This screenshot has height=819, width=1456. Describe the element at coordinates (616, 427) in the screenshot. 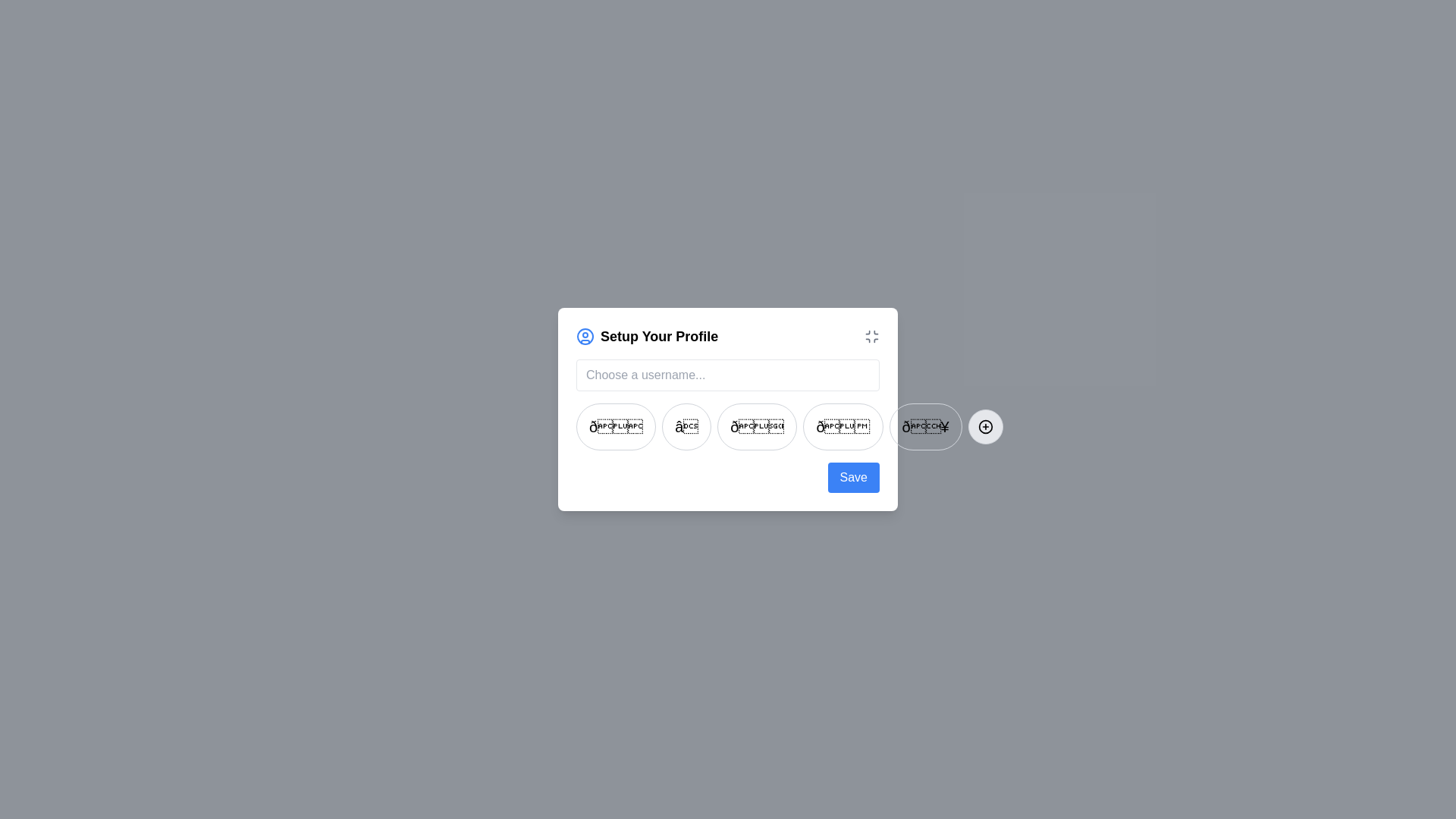

I see `the circular button with a star icon, which is the first button in a horizontal group of similar buttons within a modal dialog box` at that location.